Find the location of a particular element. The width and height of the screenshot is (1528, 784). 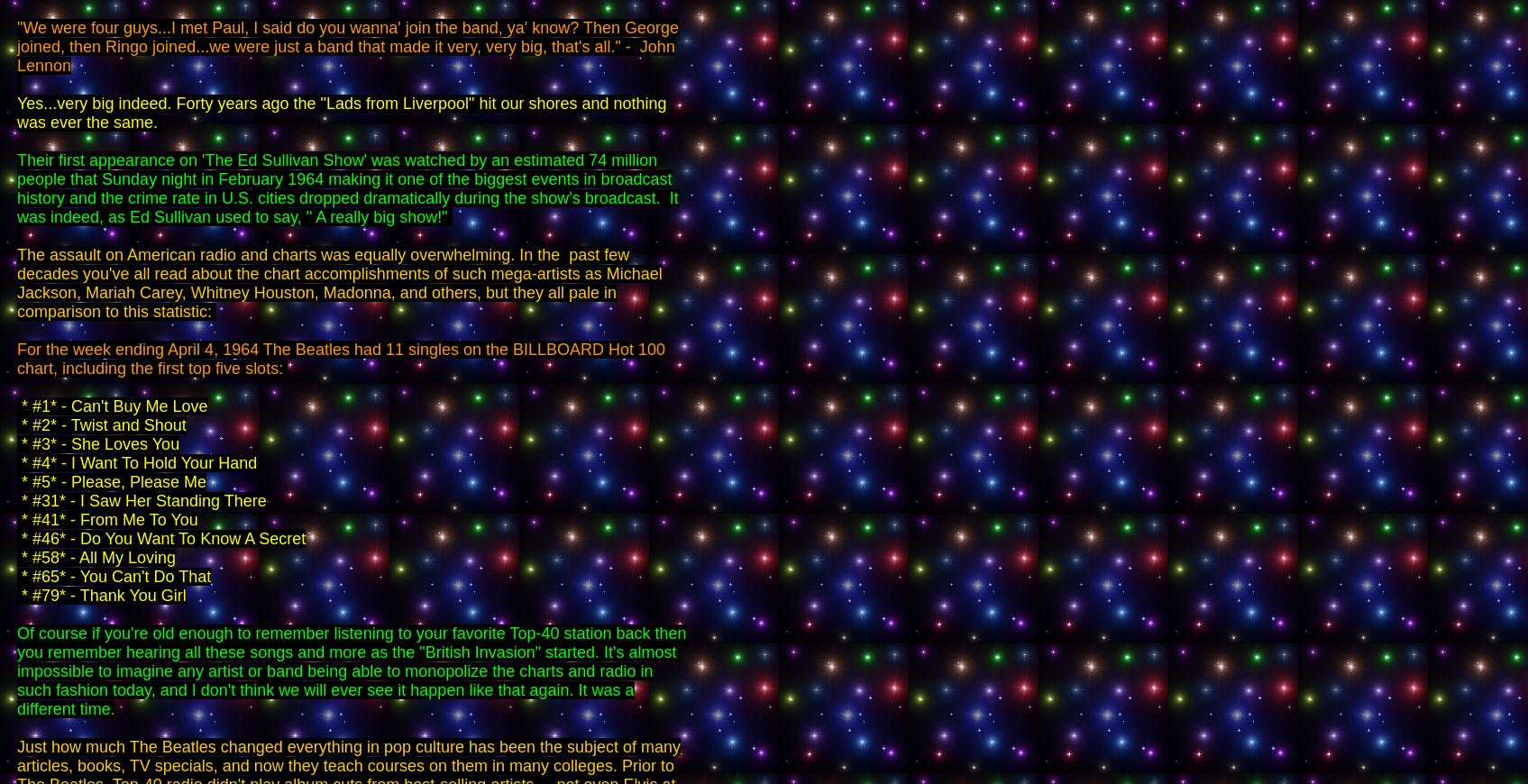

'"We were four guys...I met Paul, I said do you wanna' join the band, ya' know? Then George joined,
                           then Ringo joined...we were just a band that made it very, very big, that's all." -  John Lennon' is located at coordinates (346, 46).